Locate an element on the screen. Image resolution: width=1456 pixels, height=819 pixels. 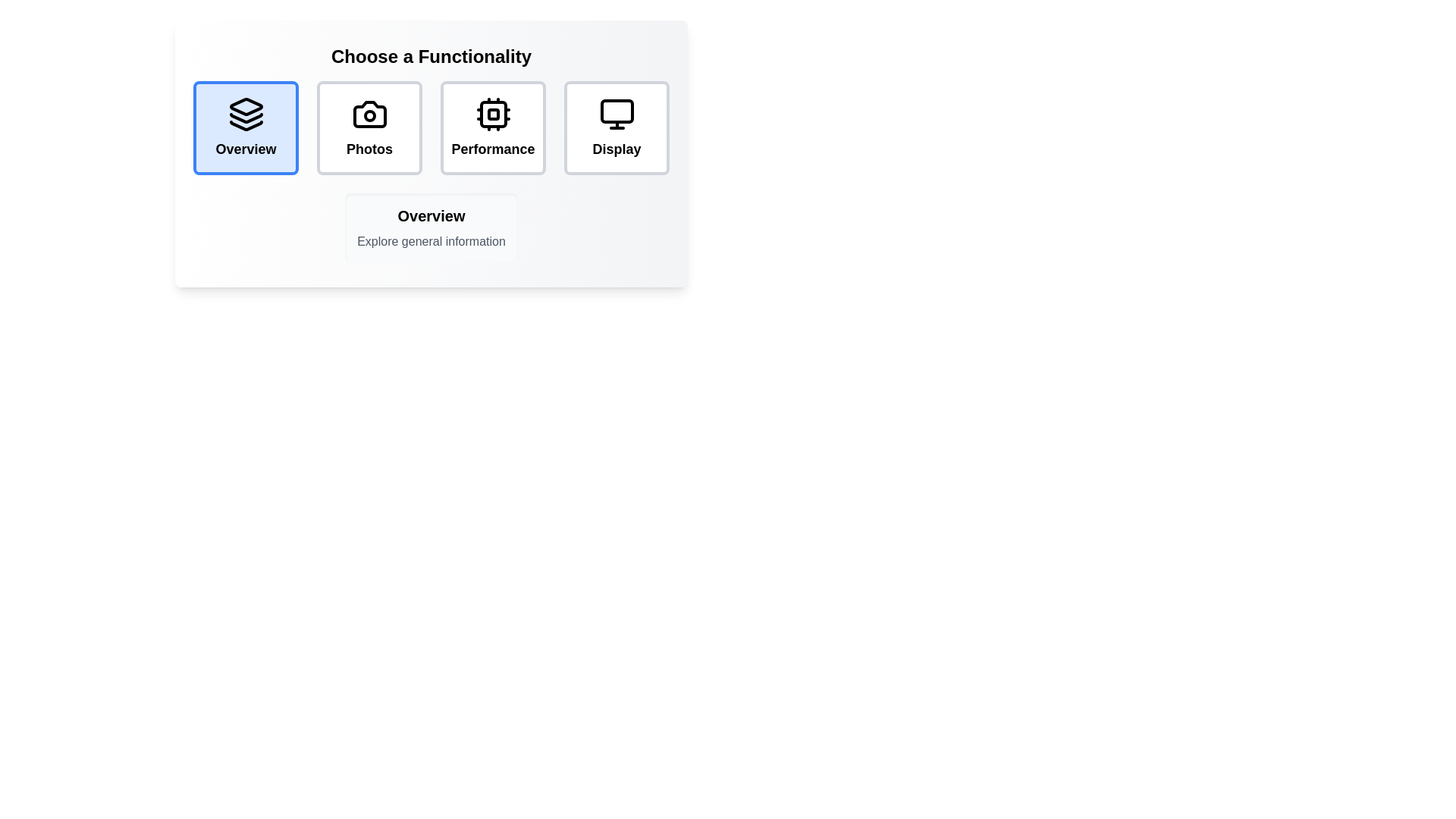
the camera icon located inside the 'Photos' card, which is the second icon in a horizontal sequence of four icons is located at coordinates (369, 113).